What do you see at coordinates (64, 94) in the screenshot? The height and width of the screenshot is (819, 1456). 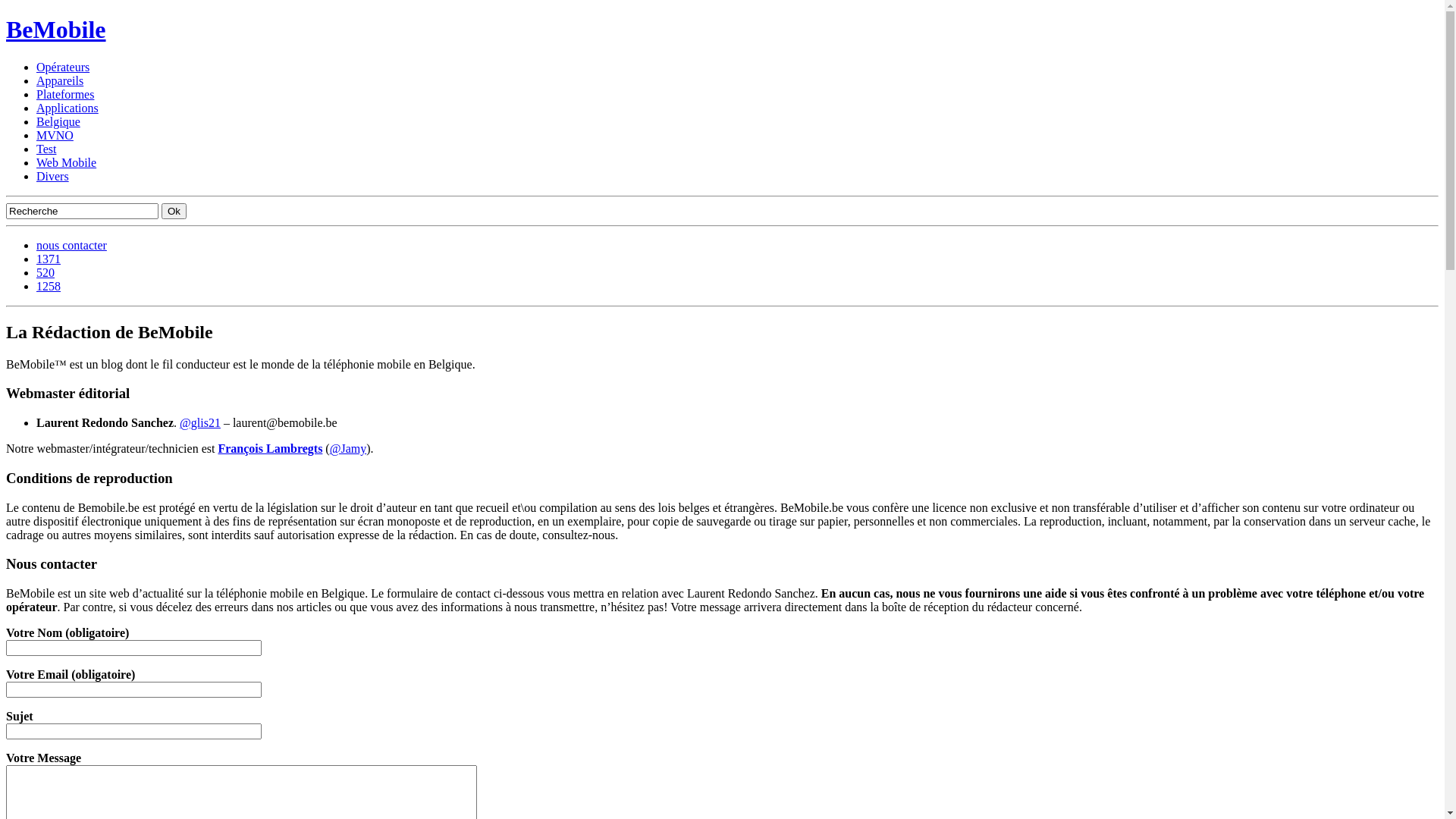 I see `'Plateformes'` at bounding box center [64, 94].